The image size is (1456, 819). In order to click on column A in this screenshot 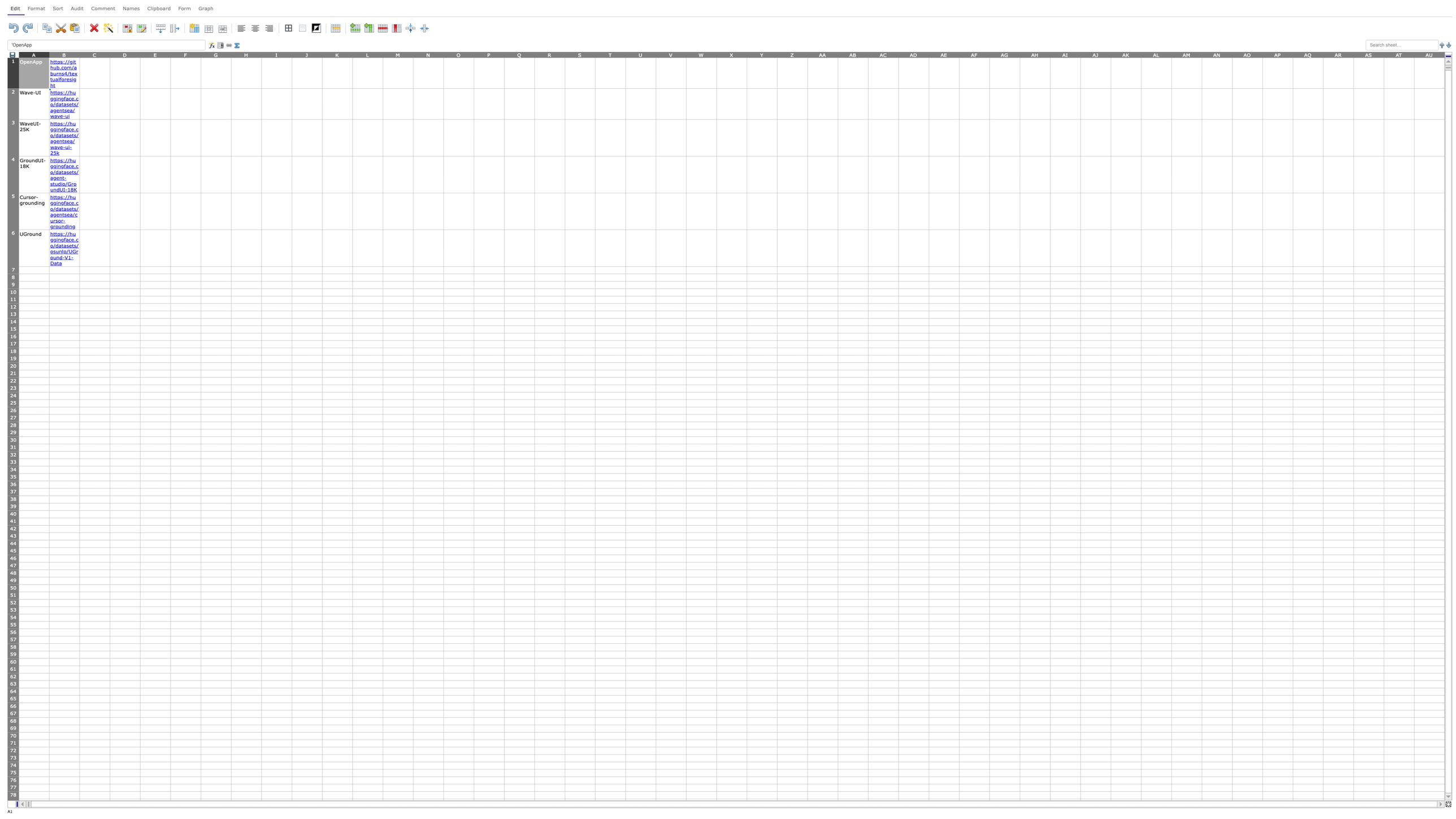, I will do `click(33, 54)`.